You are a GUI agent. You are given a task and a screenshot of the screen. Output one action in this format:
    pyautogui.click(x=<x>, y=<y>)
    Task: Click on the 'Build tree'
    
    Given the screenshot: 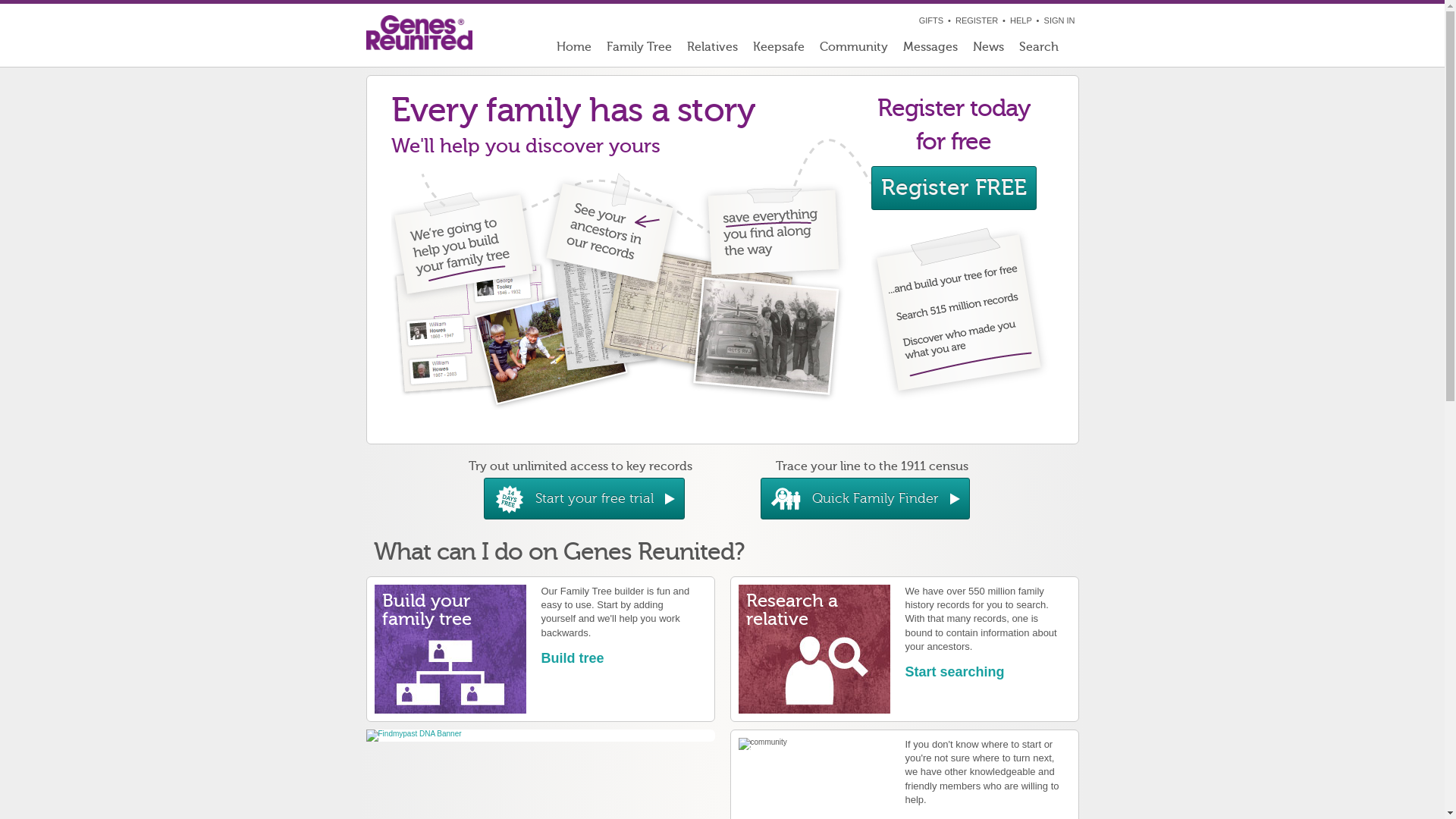 What is the action you would take?
    pyautogui.click(x=572, y=657)
    